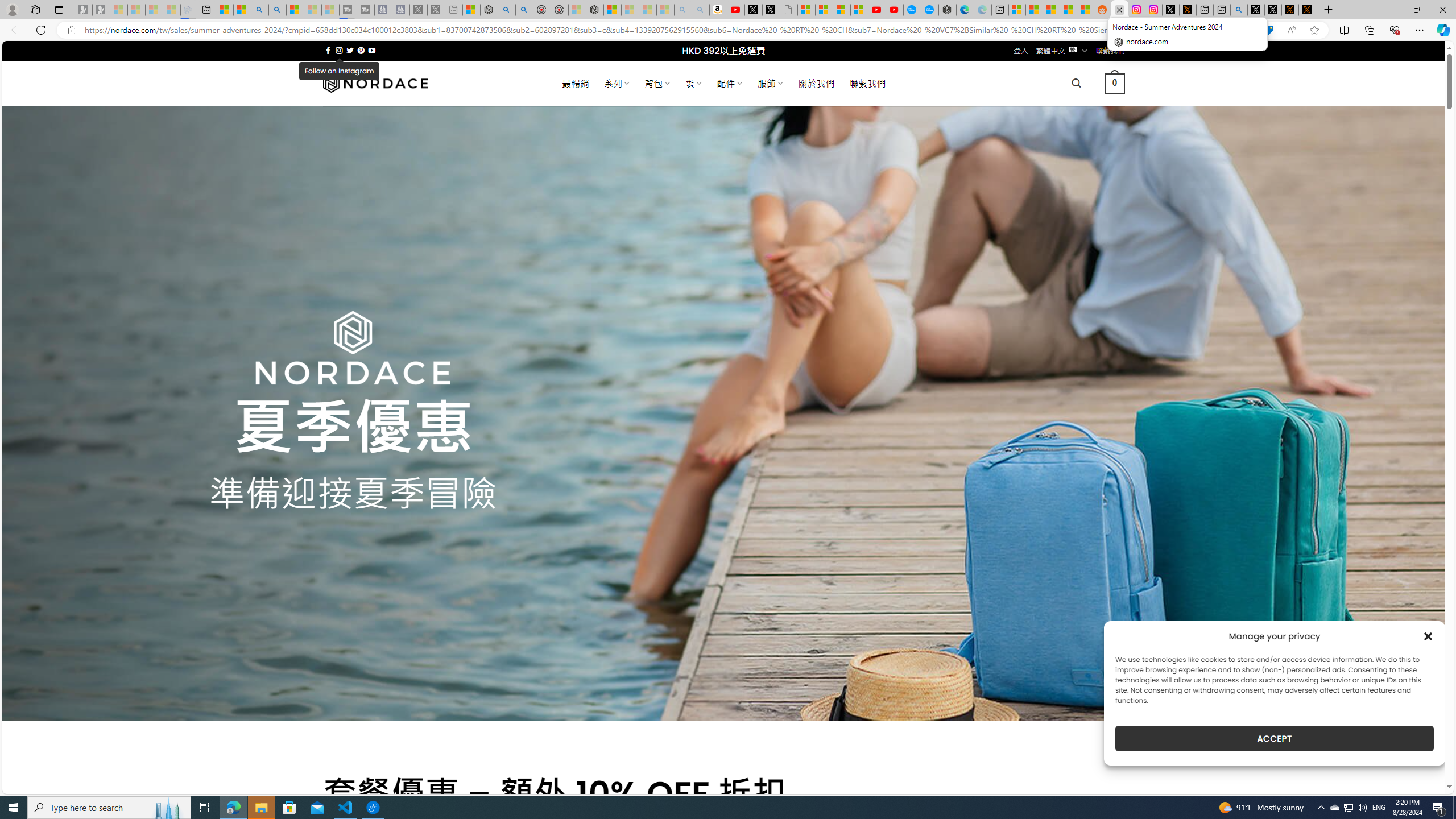  Describe the element at coordinates (1119, 9) in the screenshot. I see `'Nordace - Summer Adventures 2024'` at that location.